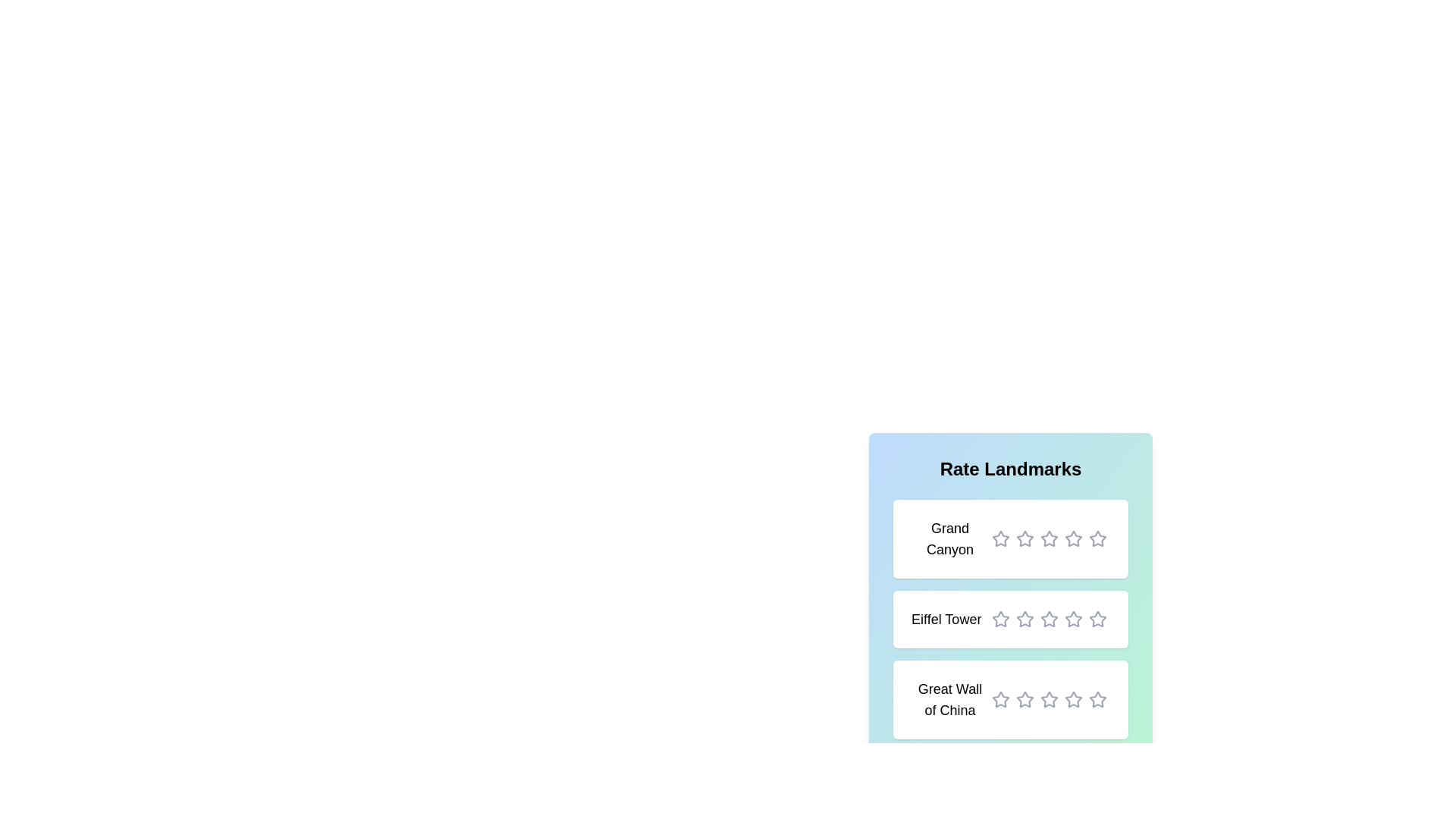  What do you see at coordinates (949, 538) in the screenshot?
I see `the text of Grand Canyon to select it` at bounding box center [949, 538].